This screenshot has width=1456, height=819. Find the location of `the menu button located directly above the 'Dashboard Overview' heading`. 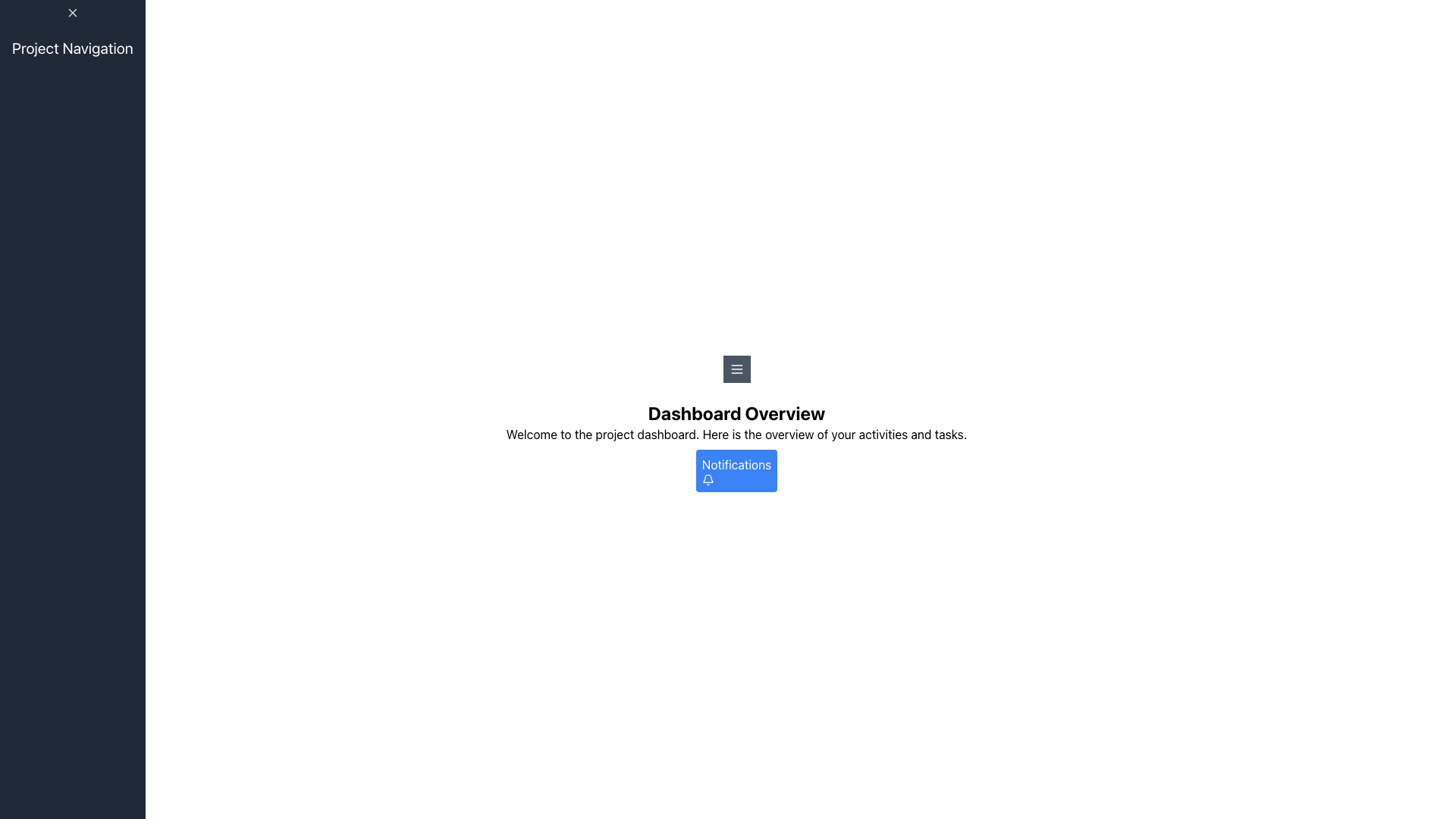

the menu button located directly above the 'Dashboard Overview' heading is located at coordinates (736, 369).